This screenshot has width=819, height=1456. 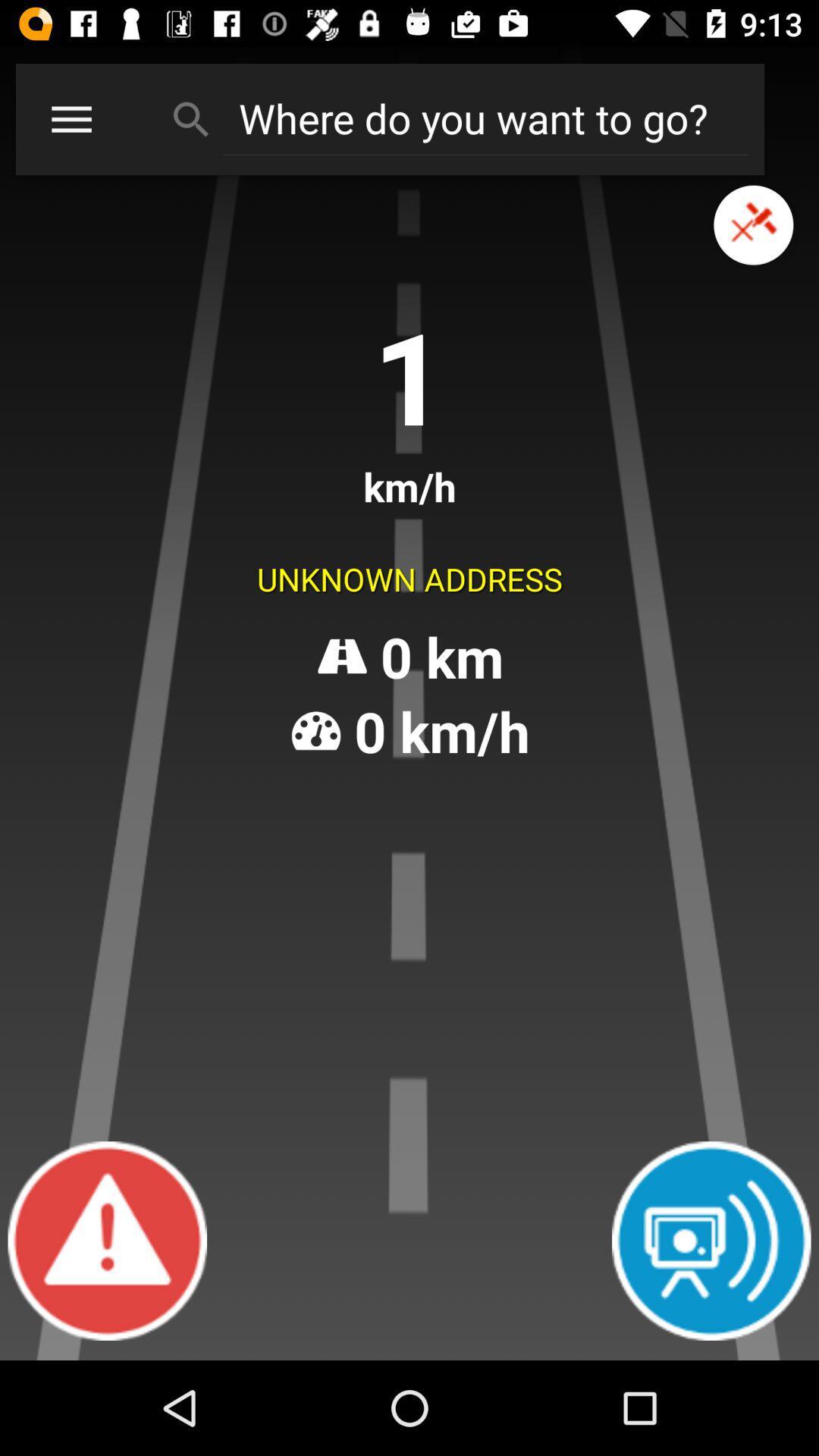 I want to click on search bar, so click(x=485, y=118).